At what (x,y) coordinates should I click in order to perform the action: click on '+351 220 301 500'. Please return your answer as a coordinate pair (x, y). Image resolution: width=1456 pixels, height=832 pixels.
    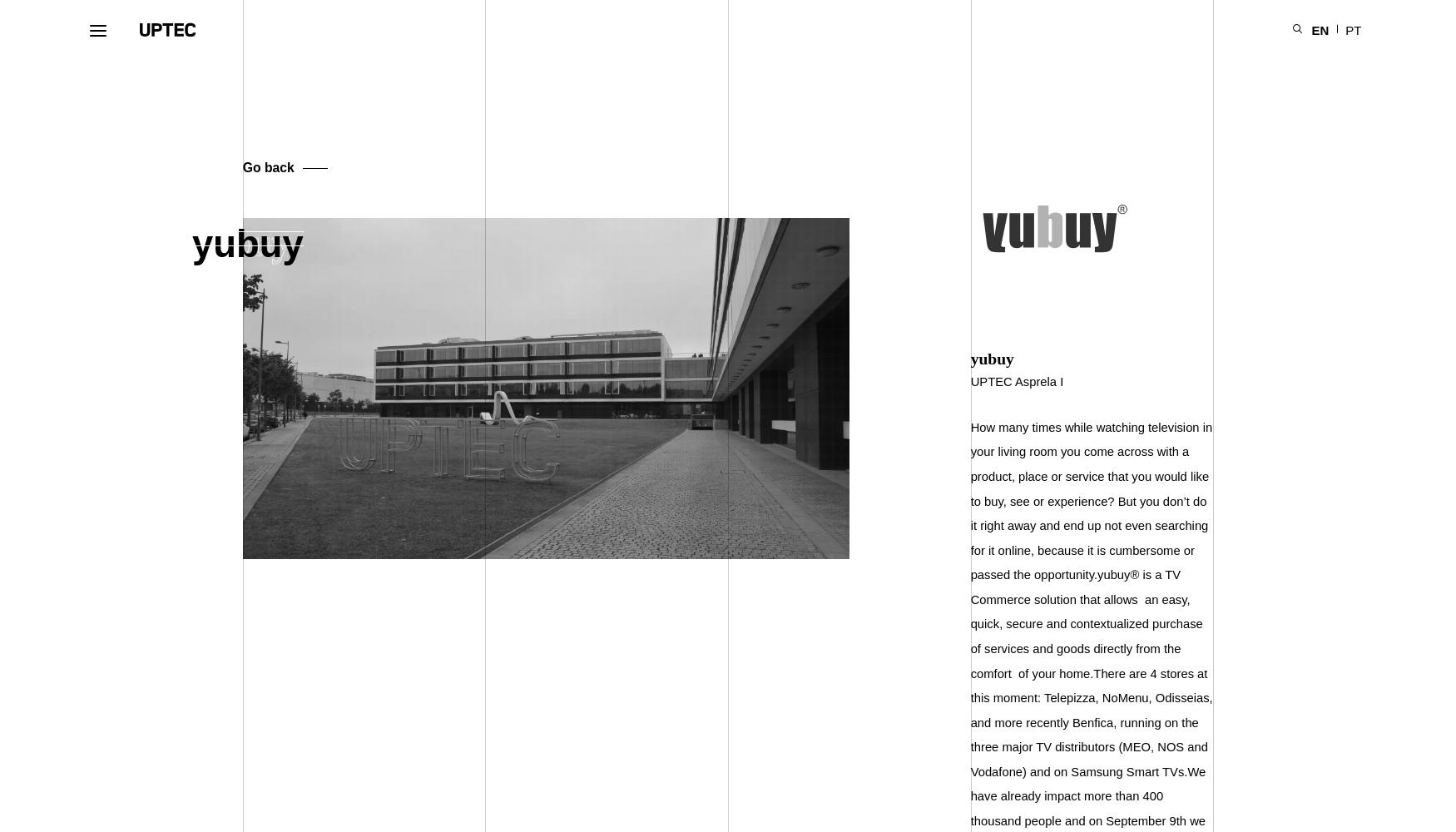
    Looking at the image, I should click on (1035, 760).